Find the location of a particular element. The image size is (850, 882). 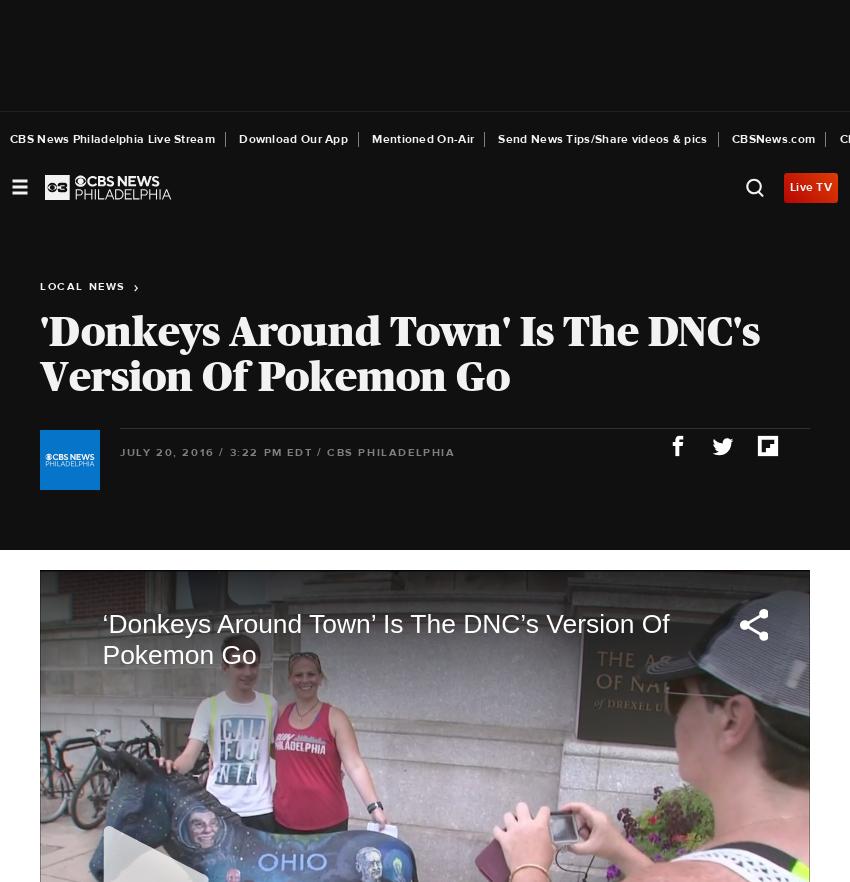

''Donkeys Around Town' Is The DNC's Version Of Pokemon Go' is located at coordinates (400, 352).